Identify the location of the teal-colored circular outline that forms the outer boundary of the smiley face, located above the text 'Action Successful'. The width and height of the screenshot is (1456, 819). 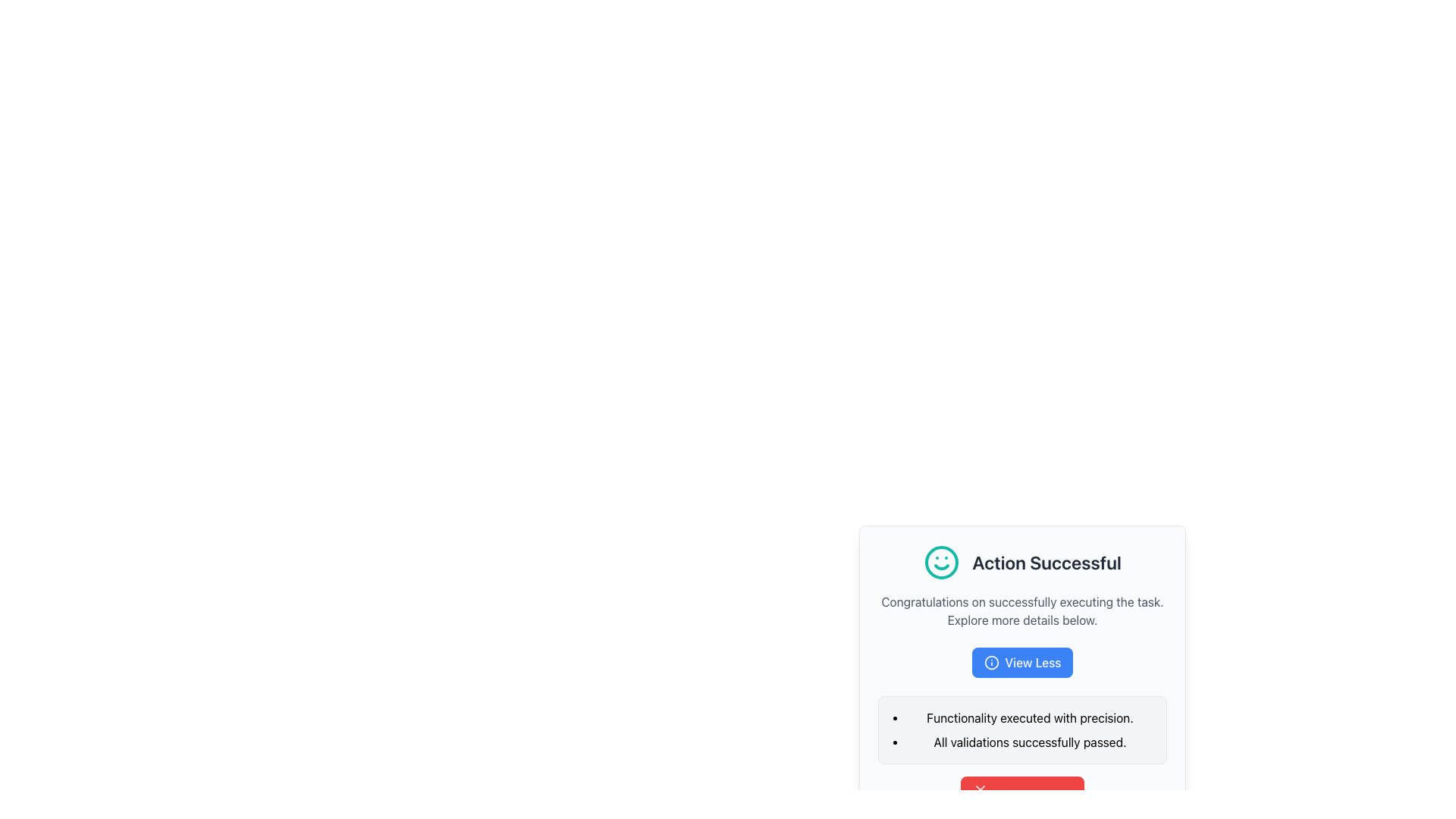
(941, 562).